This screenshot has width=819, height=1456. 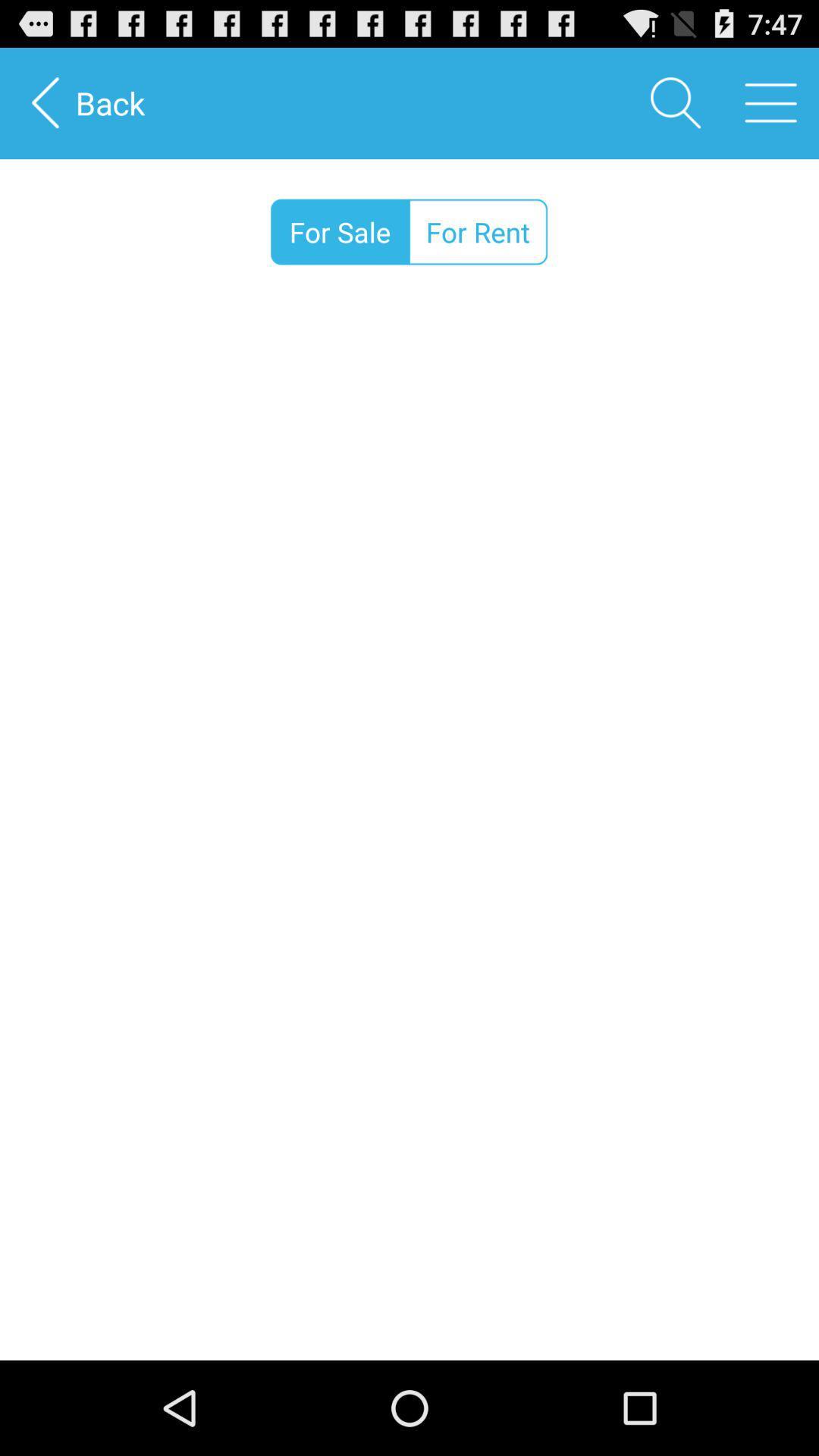 I want to click on the icon next to back item, so click(x=675, y=102).